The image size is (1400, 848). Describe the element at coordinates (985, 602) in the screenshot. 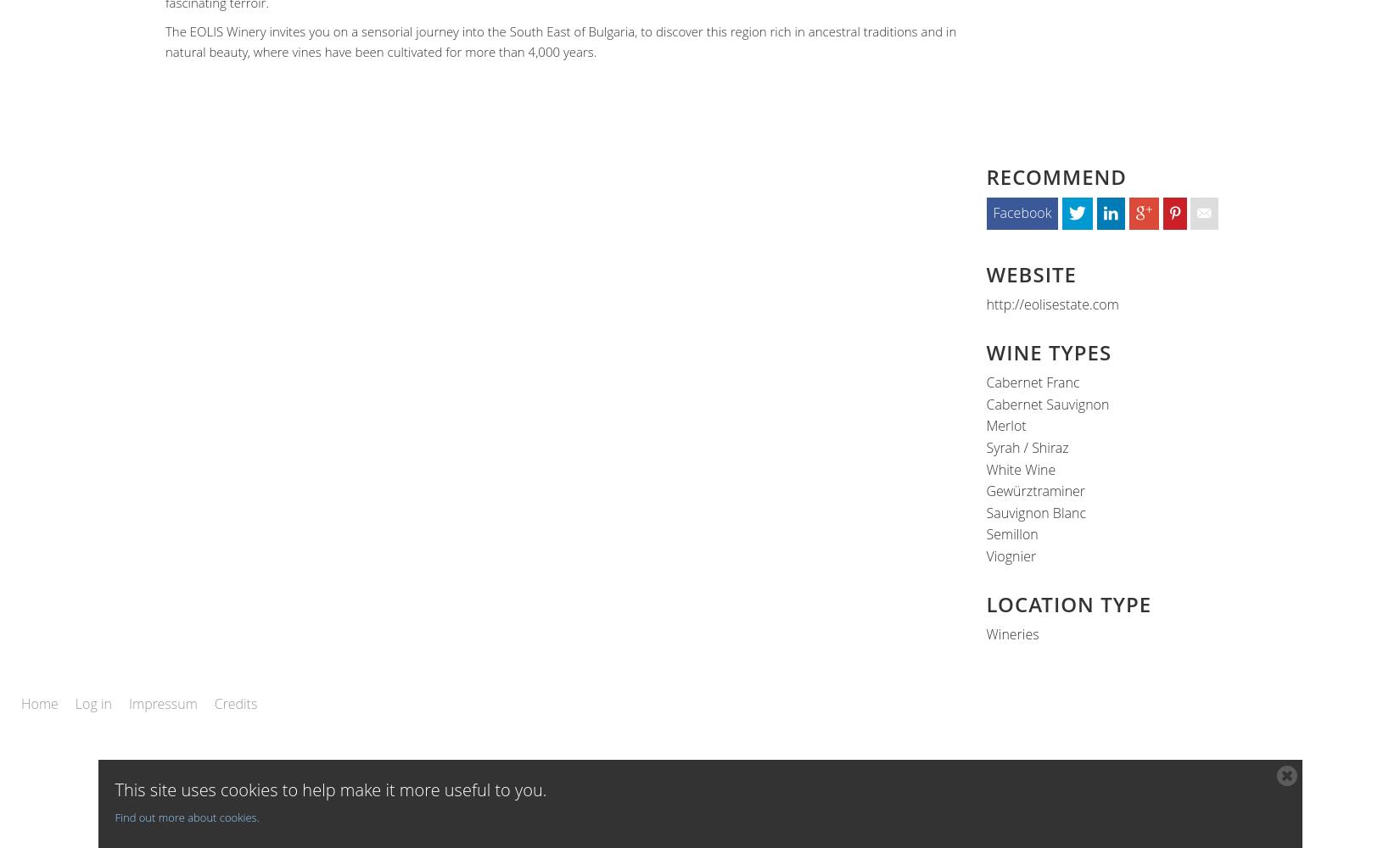

I see `'Location Type'` at that location.